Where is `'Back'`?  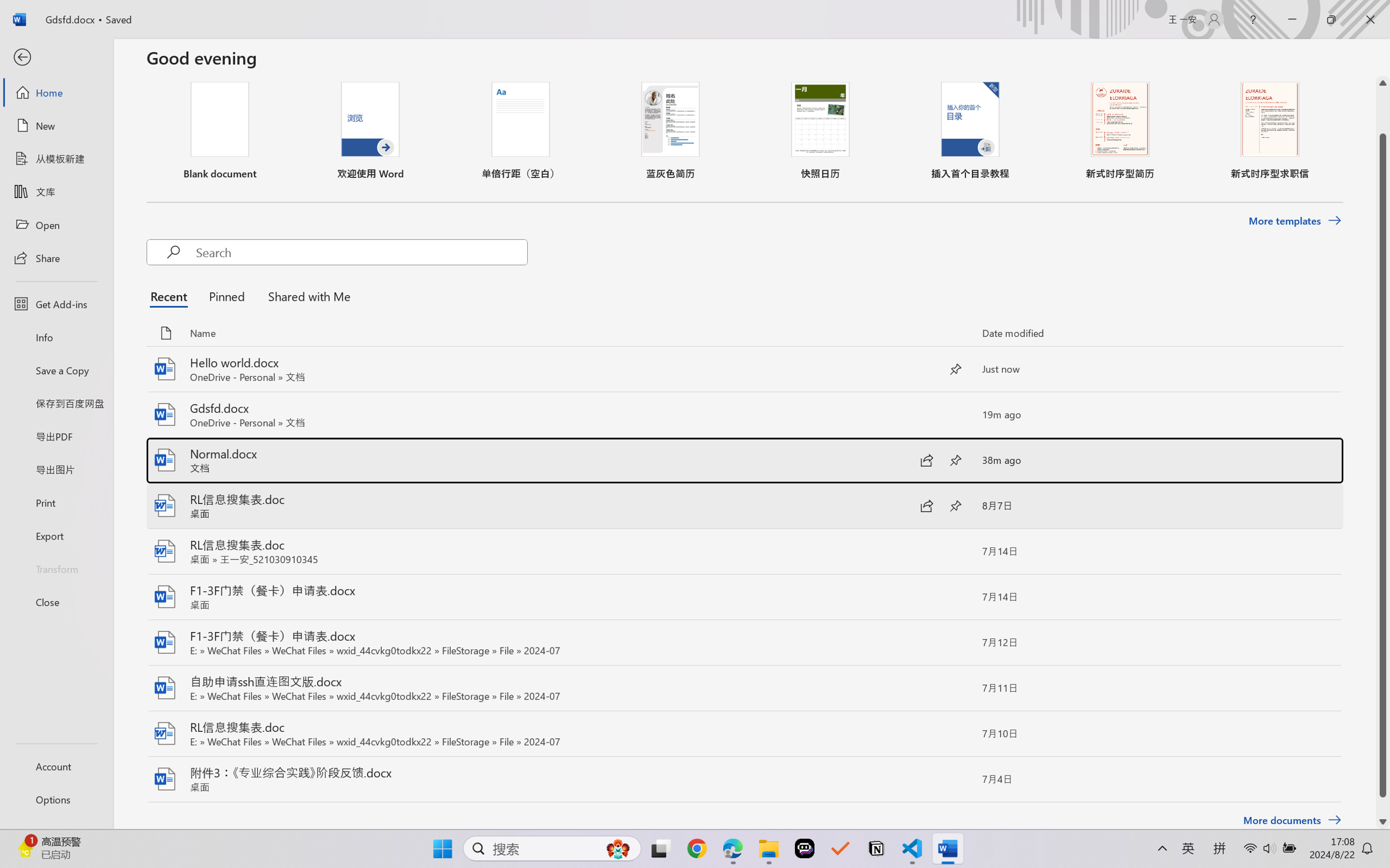 'Back' is located at coordinates (56, 57).